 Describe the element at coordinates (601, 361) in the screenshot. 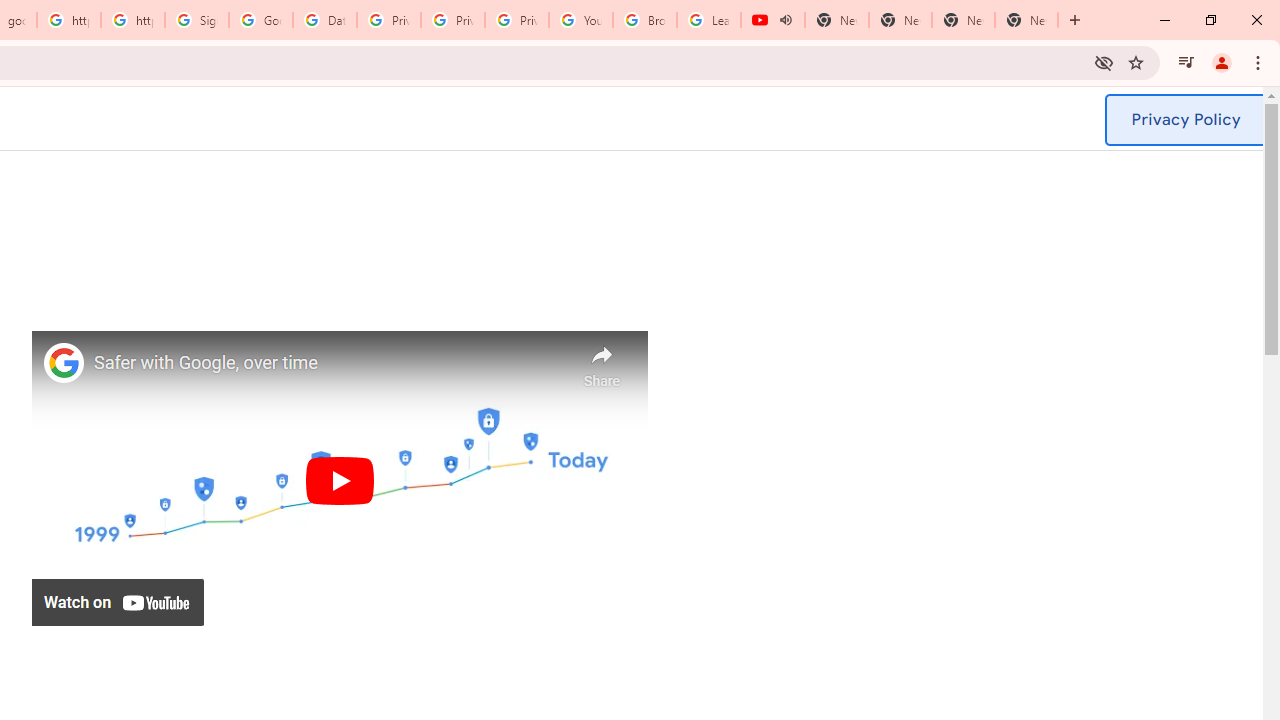

I see `'Share'` at that location.